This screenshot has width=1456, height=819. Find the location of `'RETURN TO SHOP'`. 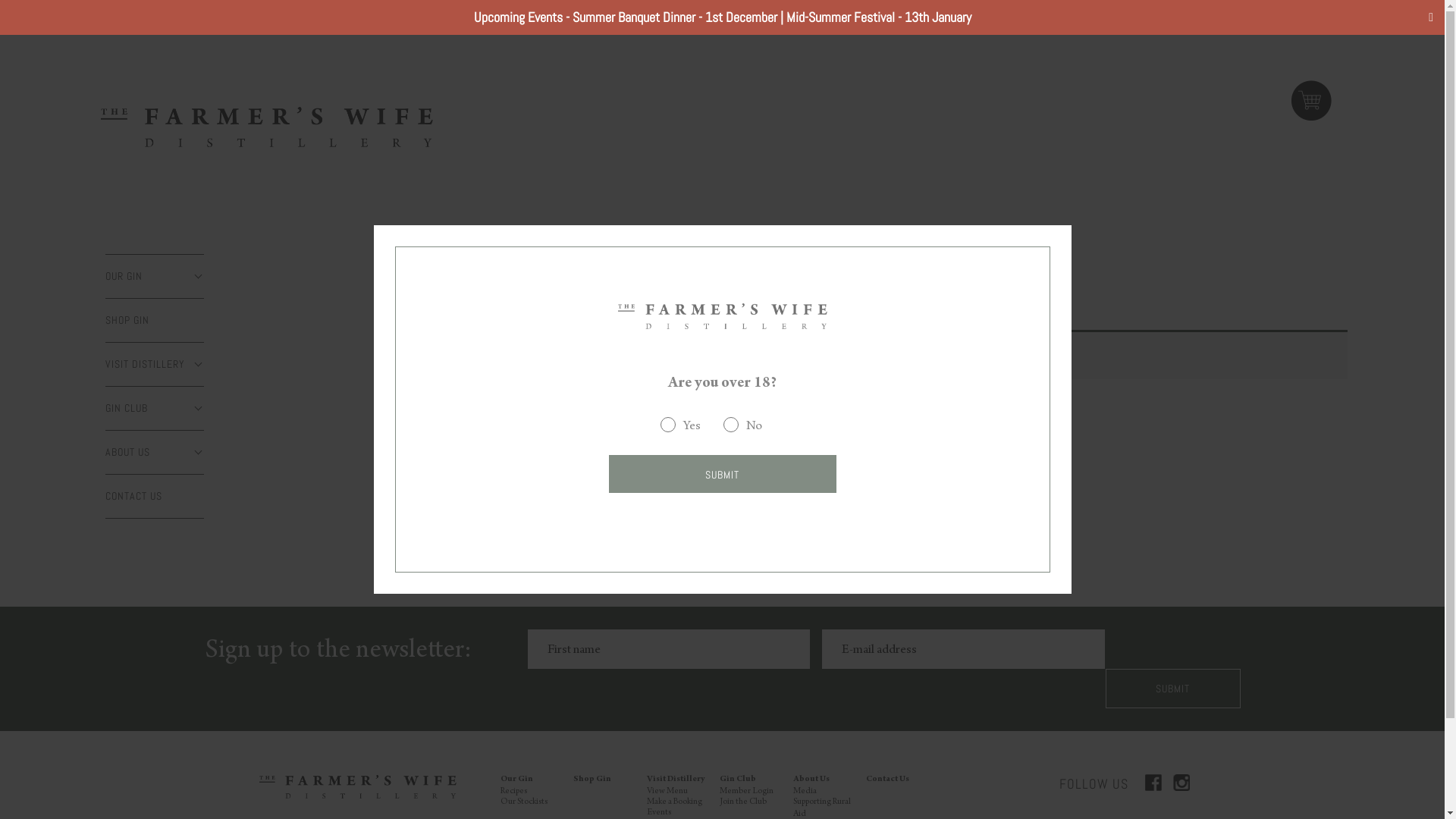

'RETURN TO SHOP' is located at coordinates (570, 425).